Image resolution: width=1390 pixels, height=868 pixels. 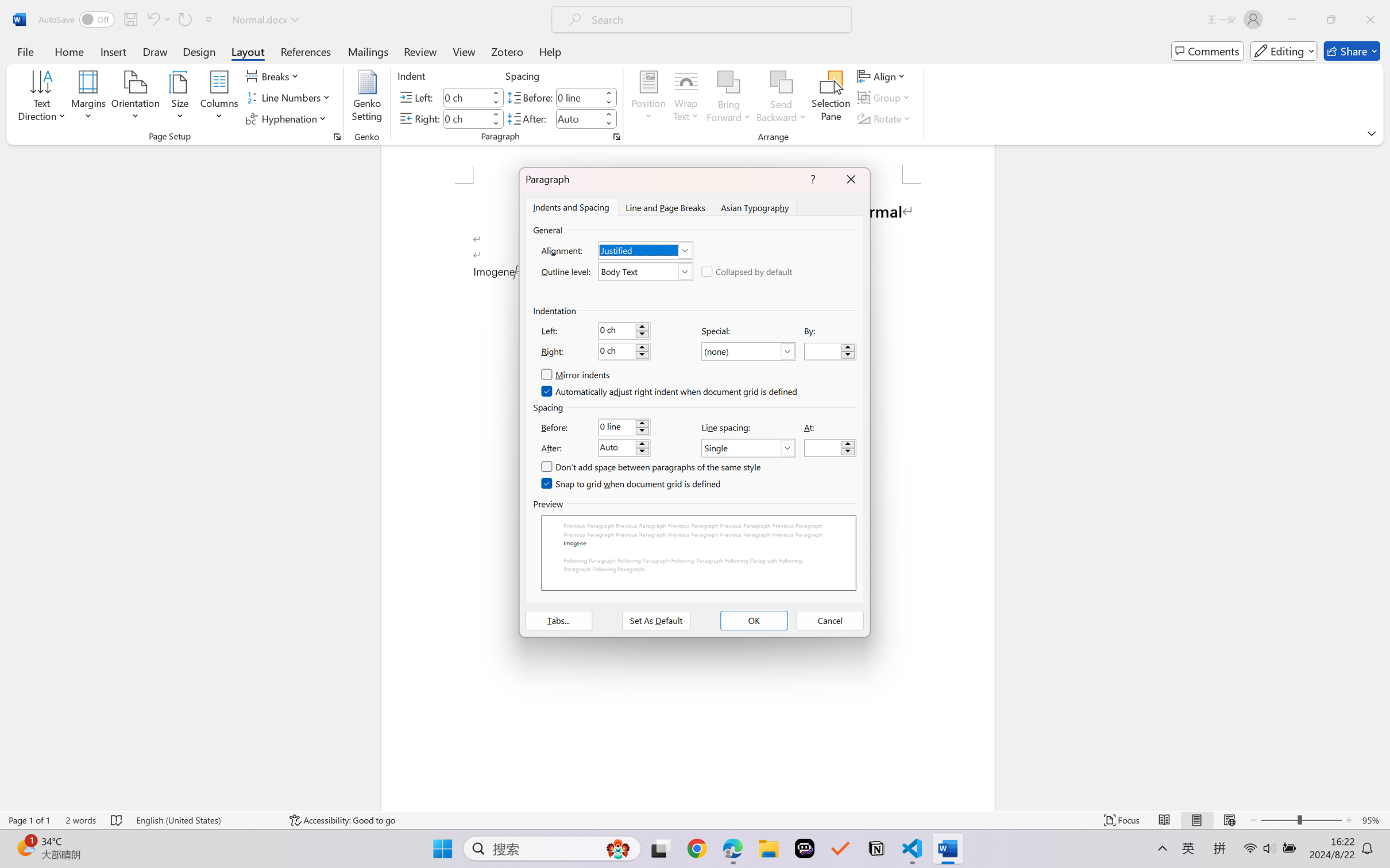 I want to click on 'Group', so click(x=885, y=98).